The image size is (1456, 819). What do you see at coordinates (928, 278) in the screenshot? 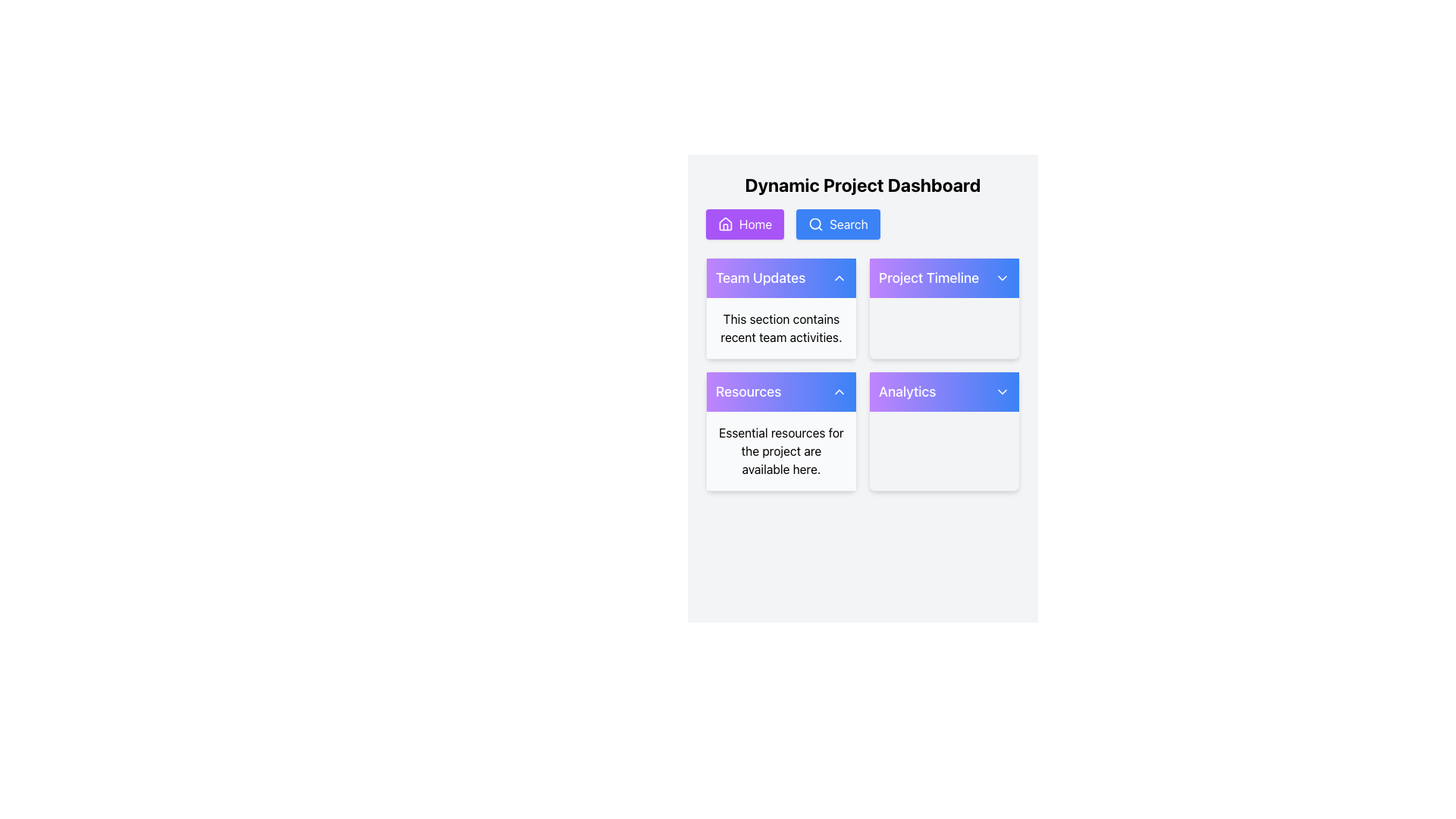
I see `the title text of the 'Project Timeline' section located at the top of the card, which occupies most of the horizontal space in the header` at bounding box center [928, 278].